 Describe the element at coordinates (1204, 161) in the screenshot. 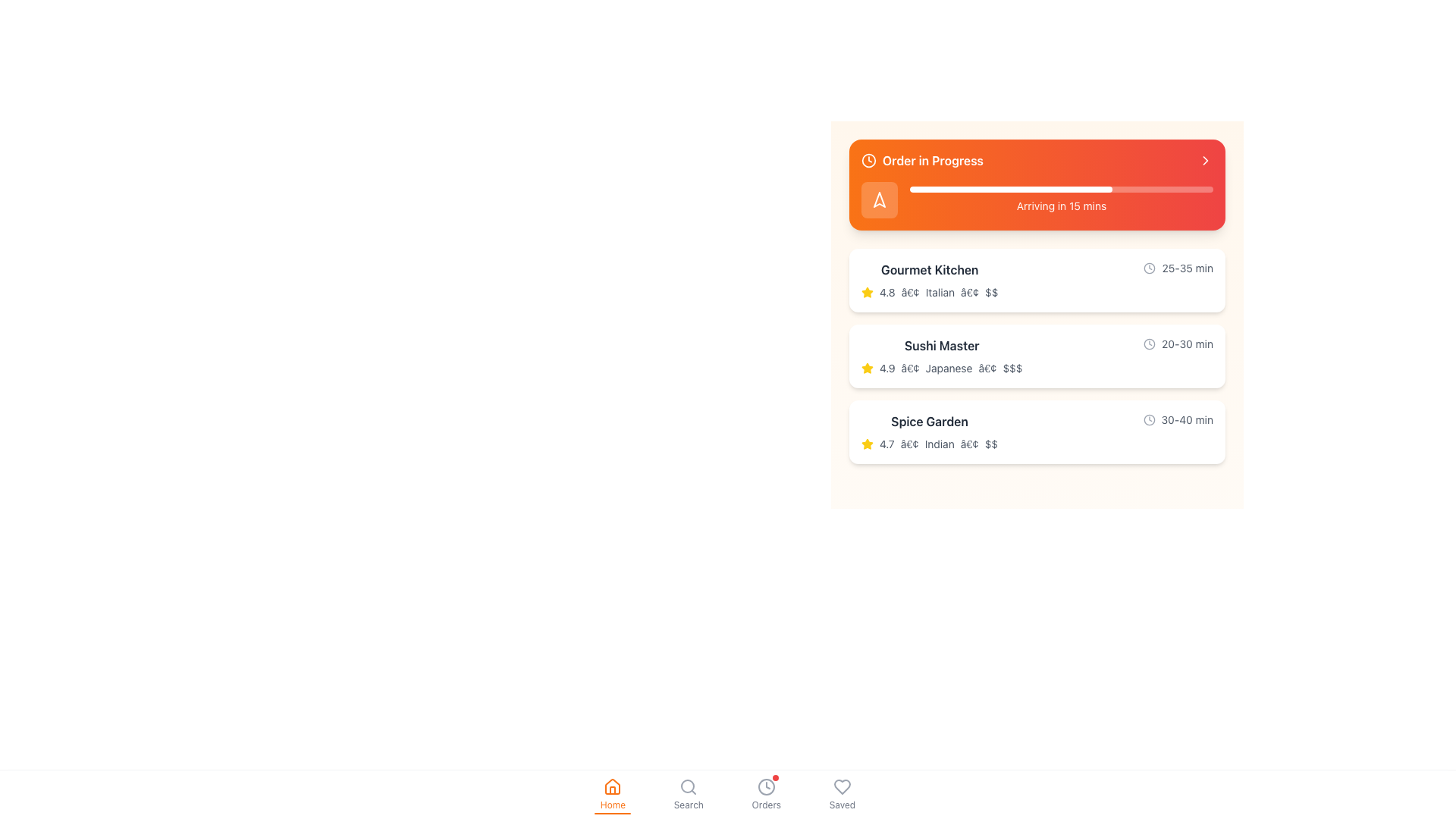

I see `the chevron-shaped arrow icon indicating navigation within the SVG graphic on the red status bar labeled 'Order in Progress'` at that location.